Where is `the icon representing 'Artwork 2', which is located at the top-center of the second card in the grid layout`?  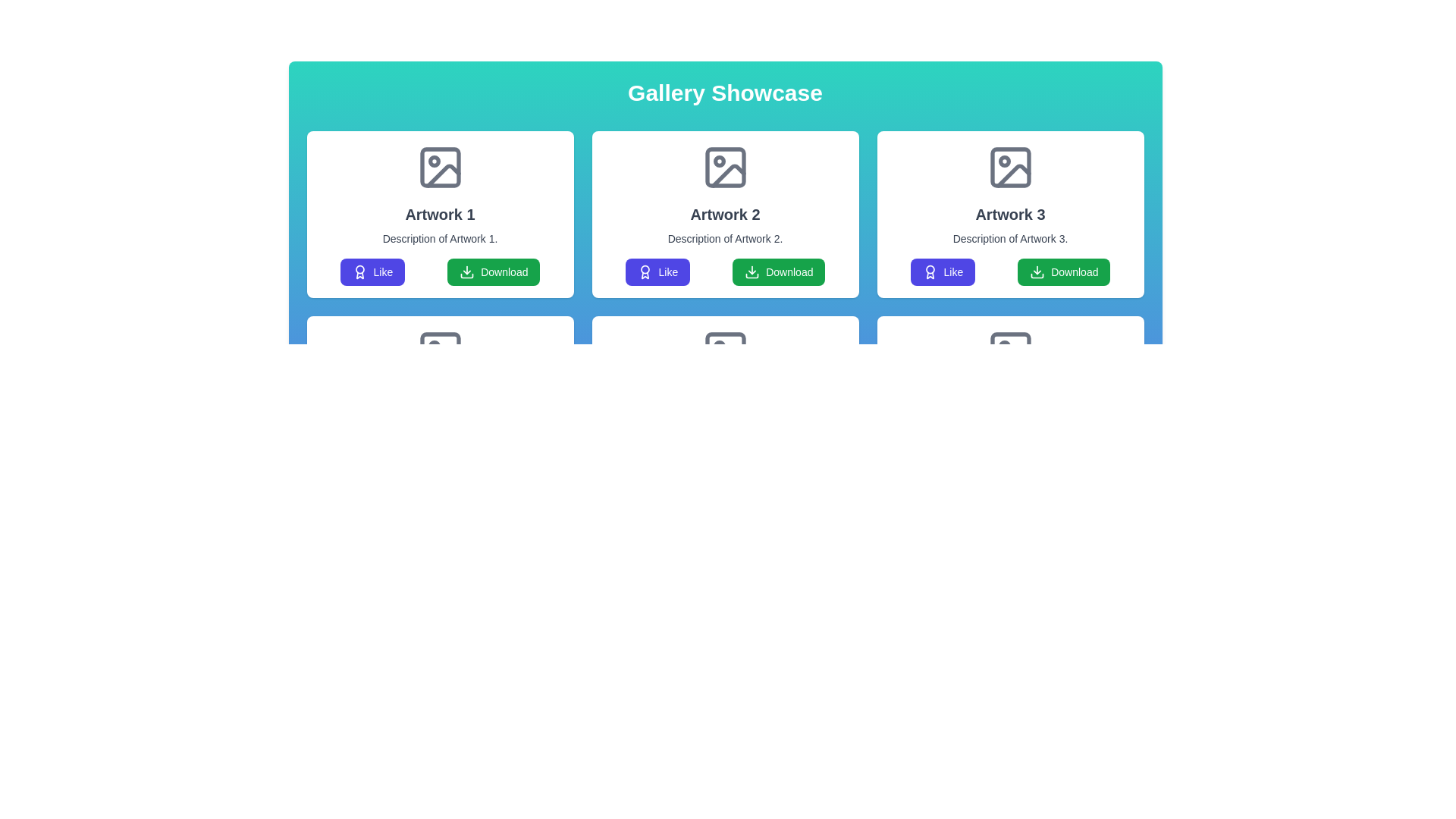
the icon representing 'Artwork 2', which is located at the top-center of the second card in the grid layout is located at coordinates (724, 167).